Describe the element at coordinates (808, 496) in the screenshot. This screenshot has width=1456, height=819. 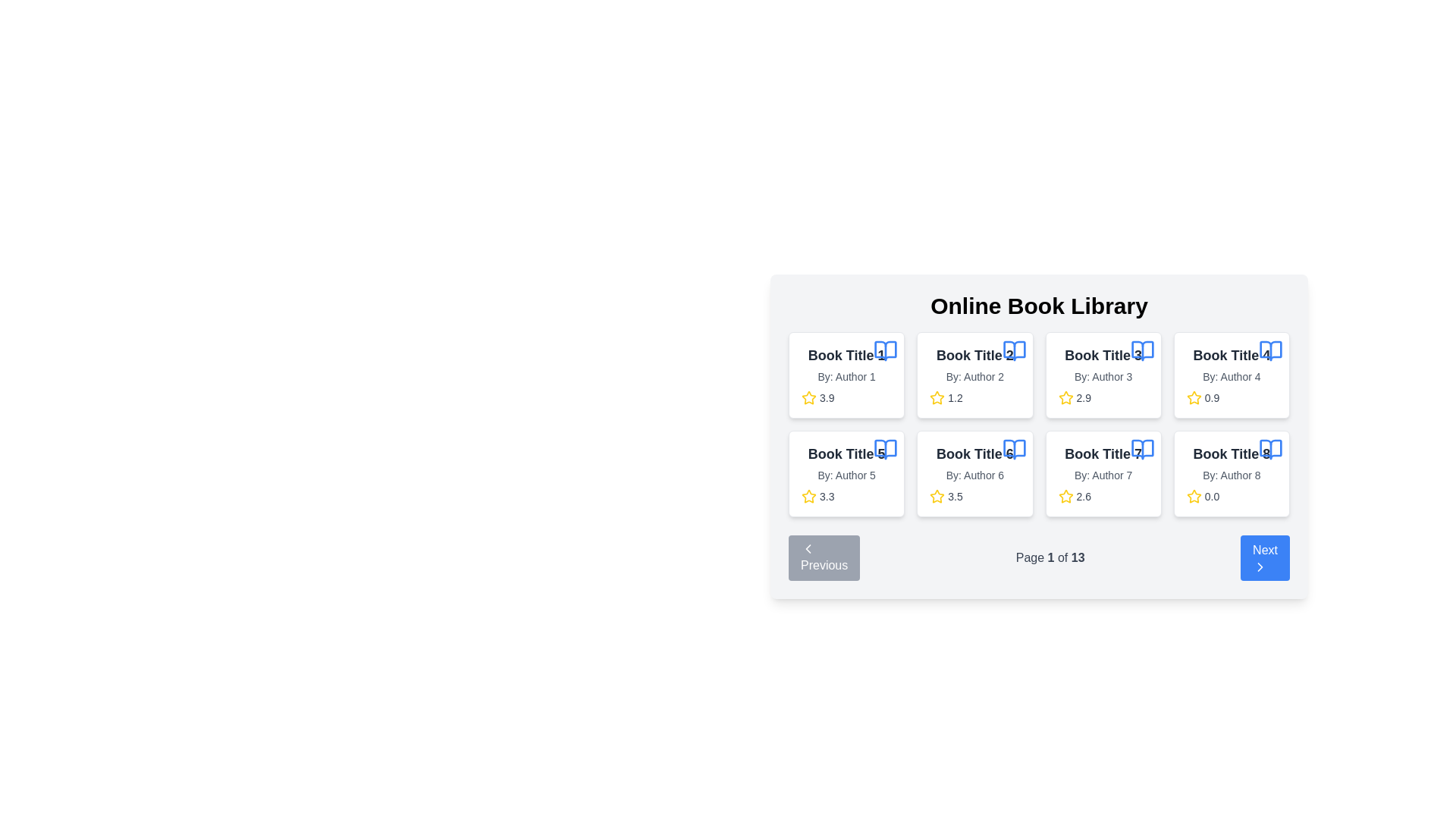
I see `the star icon representing the rating of 'Book Title 5' located to the left of the rating text '3.3'` at that location.